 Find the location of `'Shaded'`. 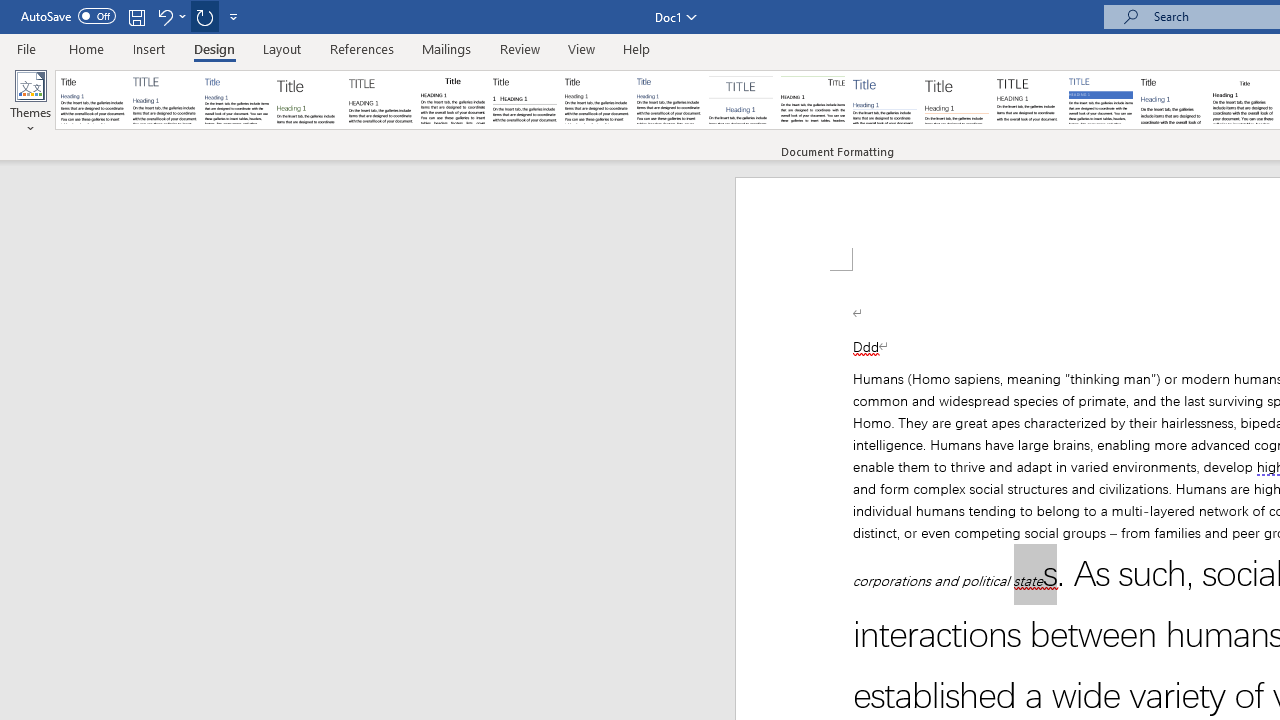

'Shaded' is located at coordinates (1099, 100).